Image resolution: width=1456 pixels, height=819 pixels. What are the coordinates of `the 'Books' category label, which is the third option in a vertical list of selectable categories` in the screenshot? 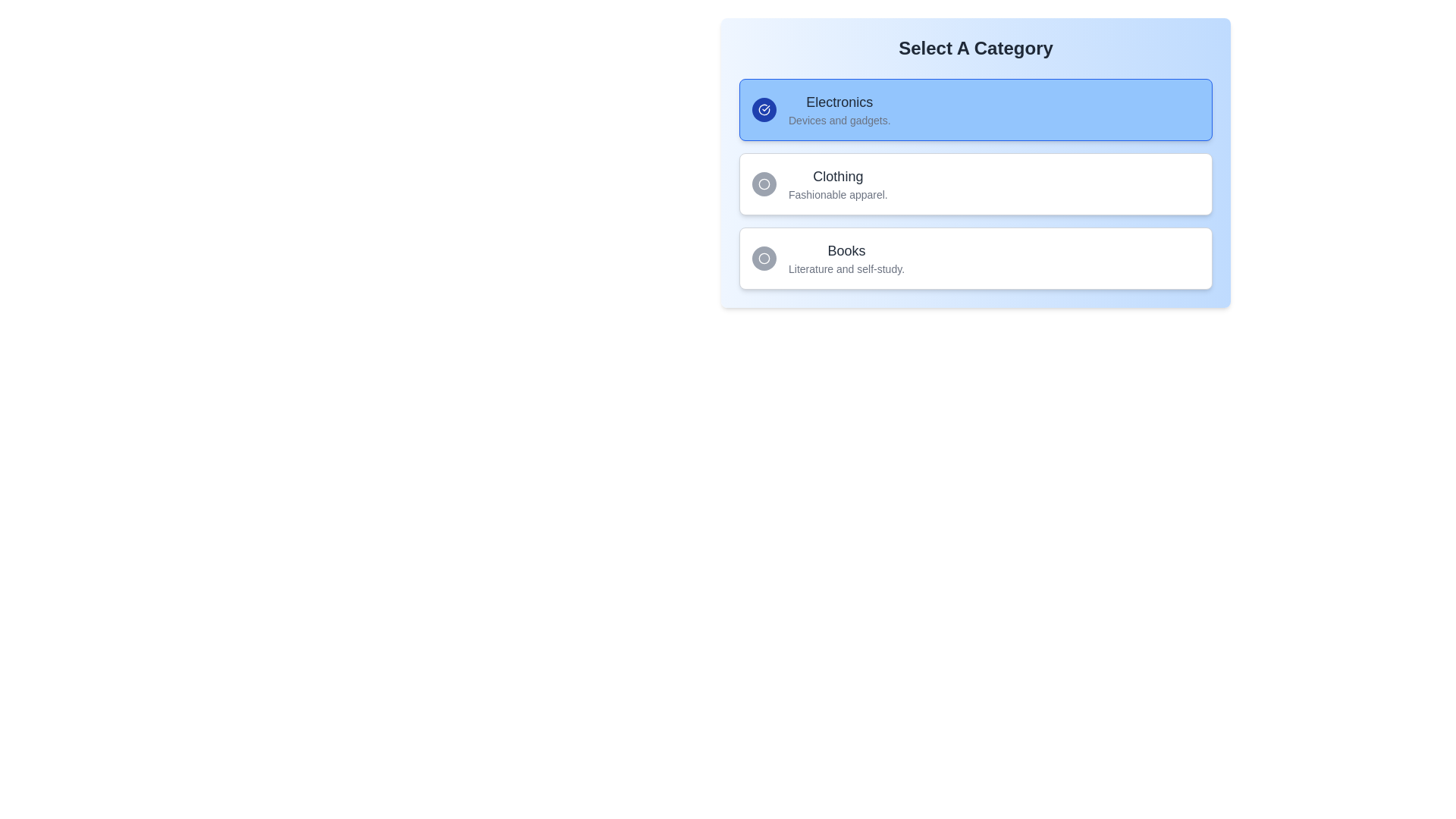 It's located at (846, 257).